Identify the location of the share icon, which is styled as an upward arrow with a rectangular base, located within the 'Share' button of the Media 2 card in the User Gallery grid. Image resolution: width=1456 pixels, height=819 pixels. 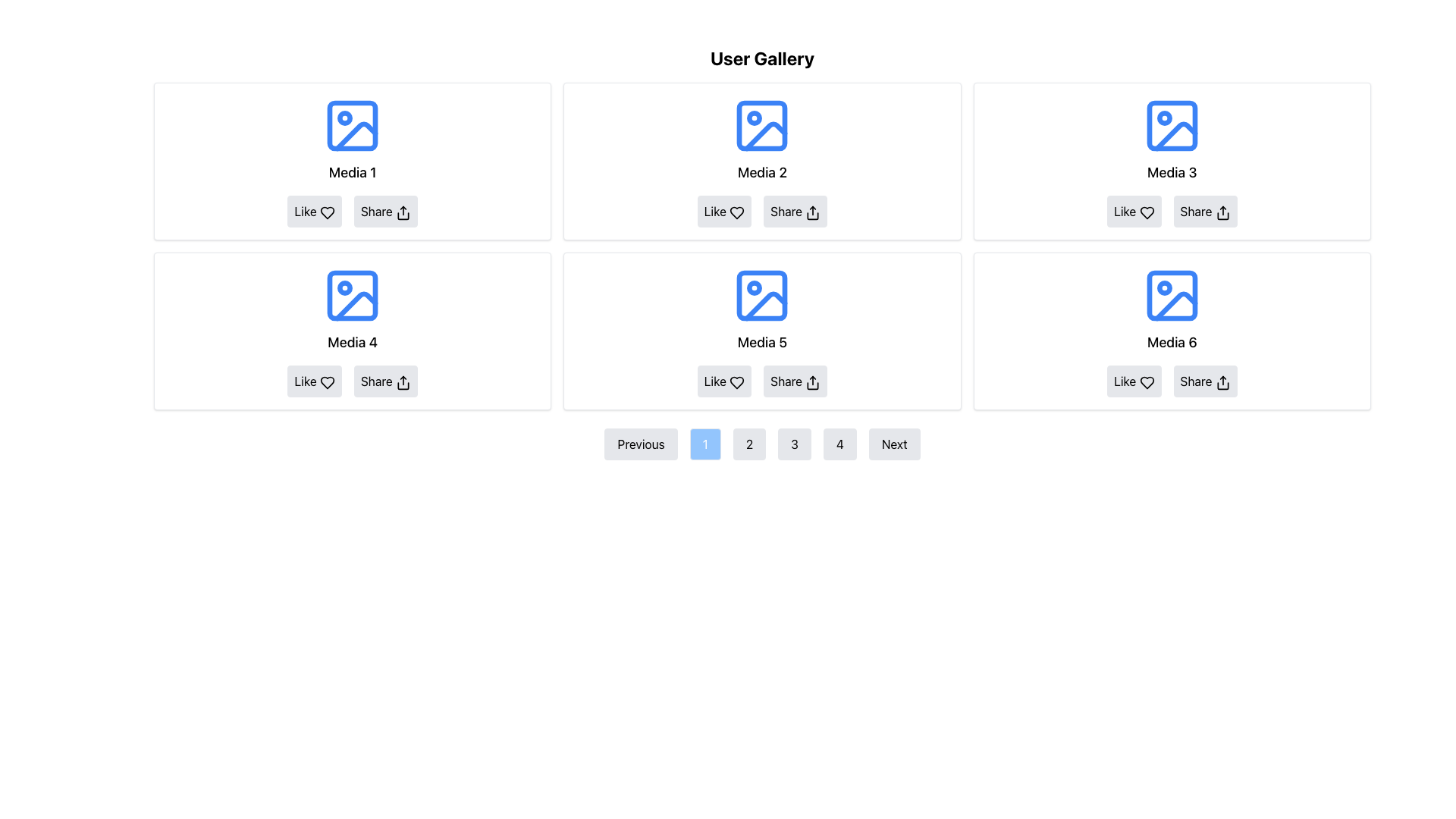
(812, 212).